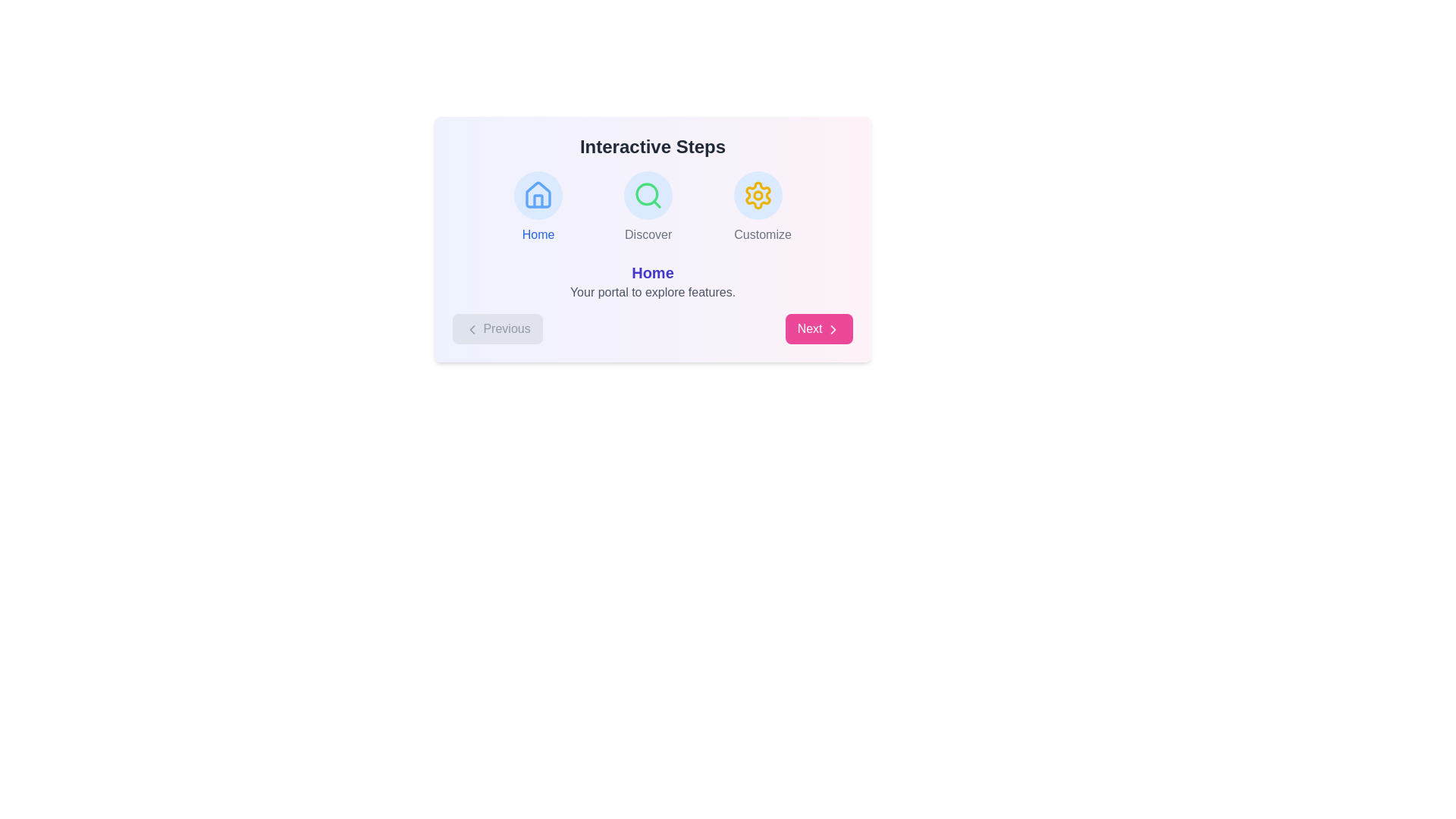 The image size is (1456, 819). I want to click on the left-facing chevron icon within the 'Previous' button at the bottom-left of the card interface, so click(472, 328).